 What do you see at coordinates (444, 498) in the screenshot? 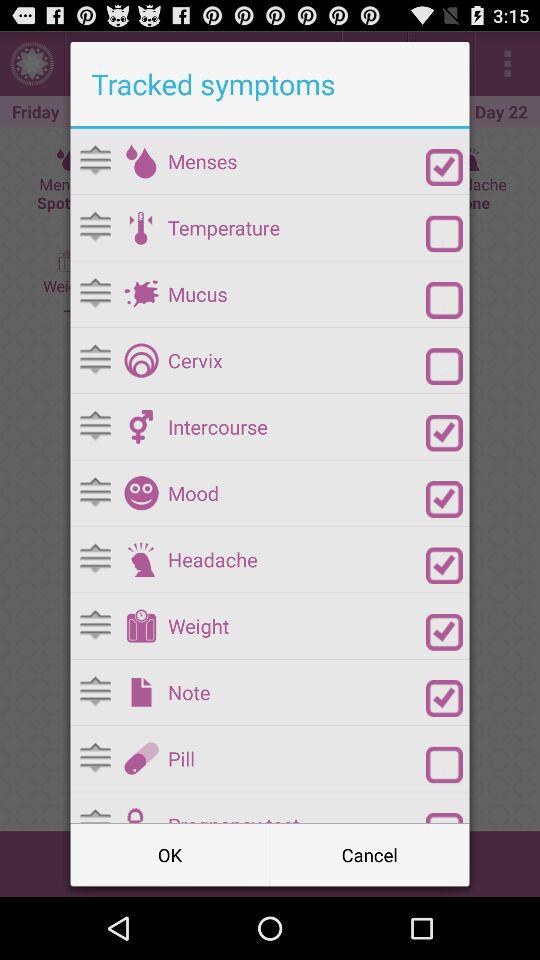
I see `mood` at bounding box center [444, 498].